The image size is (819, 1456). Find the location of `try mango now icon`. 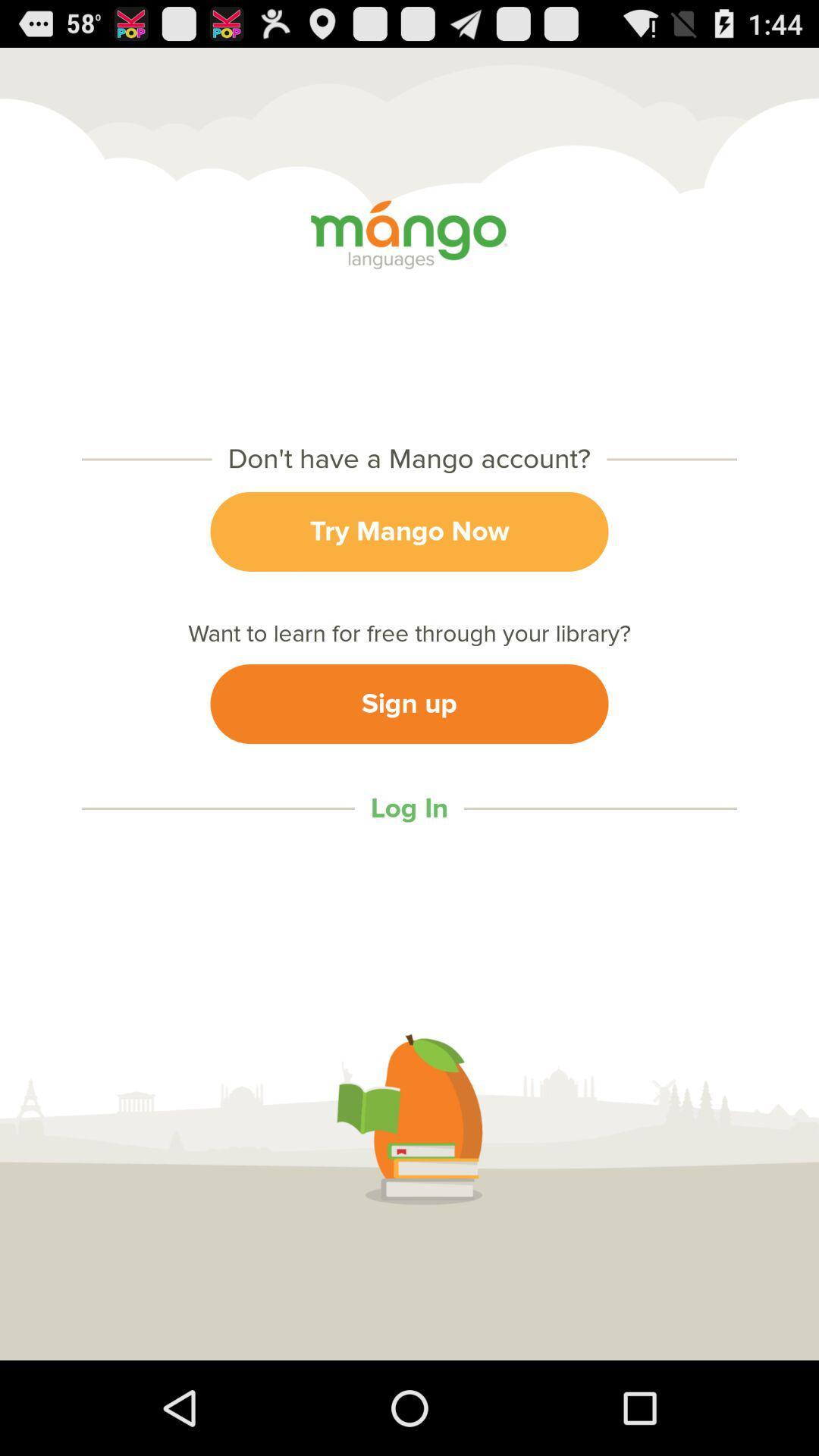

try mango now icon is located at coordinates (409, 532).